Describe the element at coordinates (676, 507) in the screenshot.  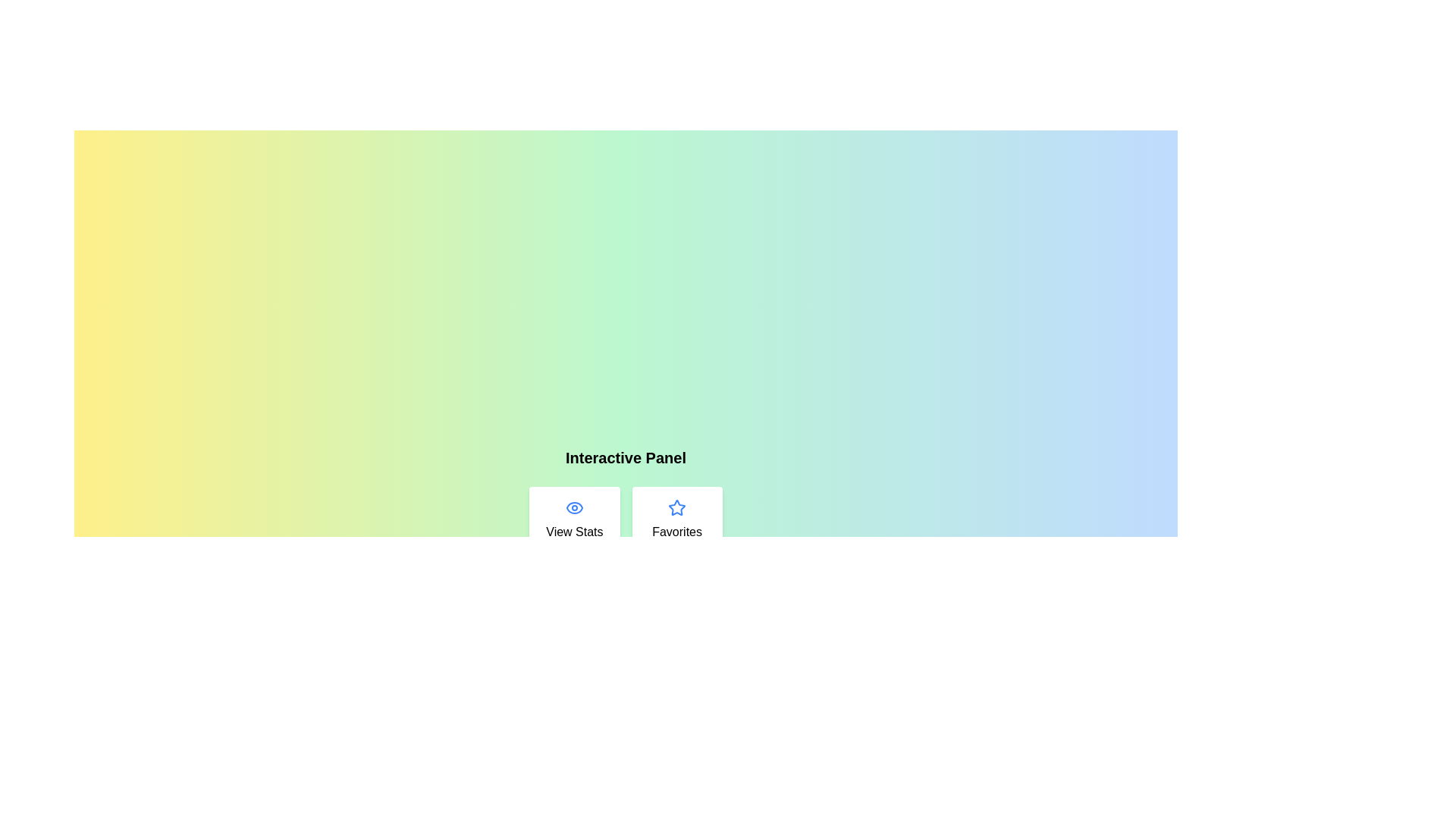
I see `the star icon with a blue outline and white-filled interior, located within the 'Favorites' button below the 'Interactive Panel' heading` at that location.